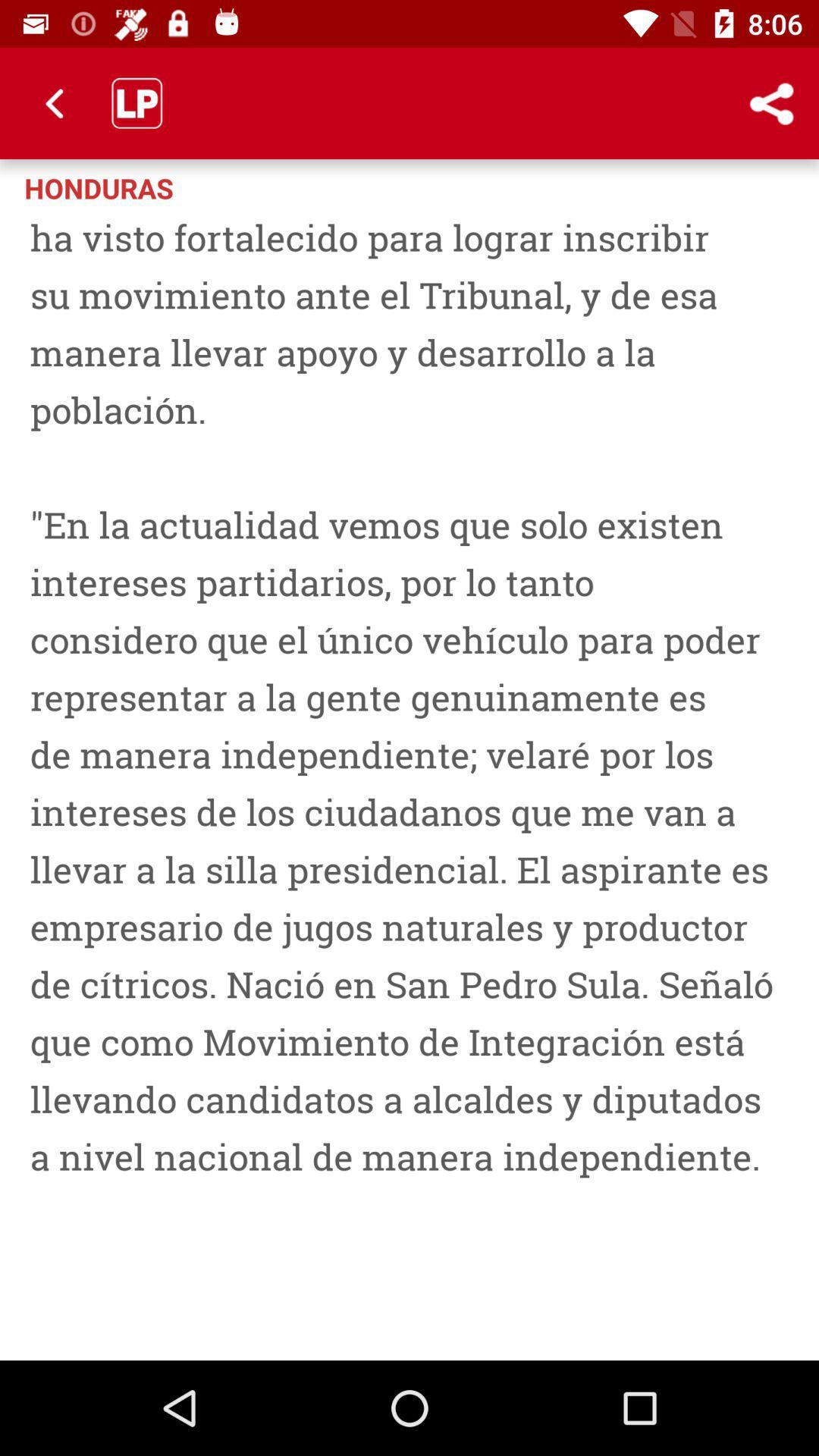 The height and width of the screenshot is (1456, 819). What do you see at coordinates (771, 102) in the screenshot?
I see `the icon to the right of the honduras` at bounding box center [771, 102].